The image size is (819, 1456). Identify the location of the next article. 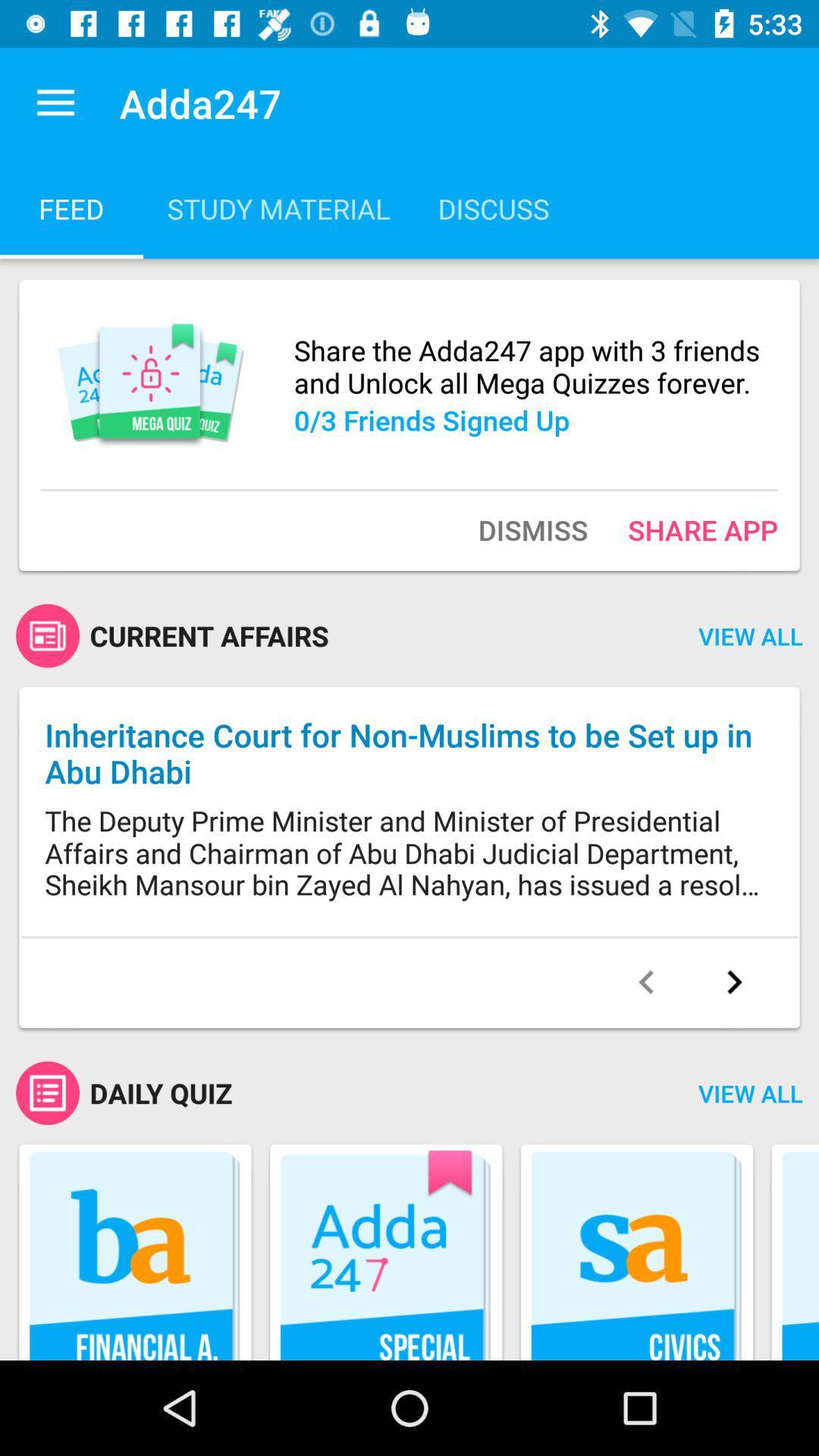
(733, 982).